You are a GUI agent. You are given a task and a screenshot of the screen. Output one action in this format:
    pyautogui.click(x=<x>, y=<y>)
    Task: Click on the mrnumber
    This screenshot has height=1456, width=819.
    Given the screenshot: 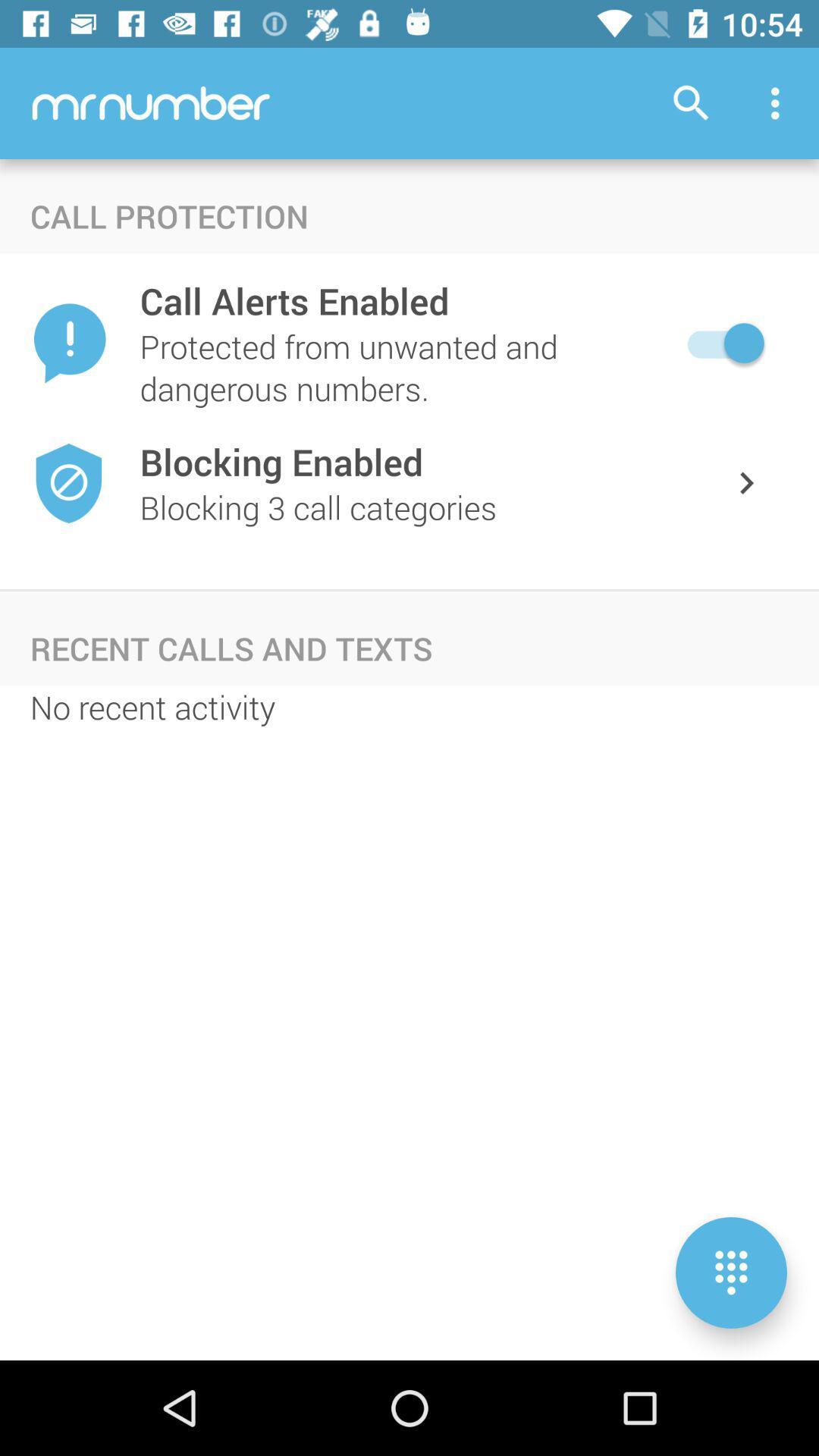 What is the action you would take?
    pyautogui.click(x=151, y=102)
    